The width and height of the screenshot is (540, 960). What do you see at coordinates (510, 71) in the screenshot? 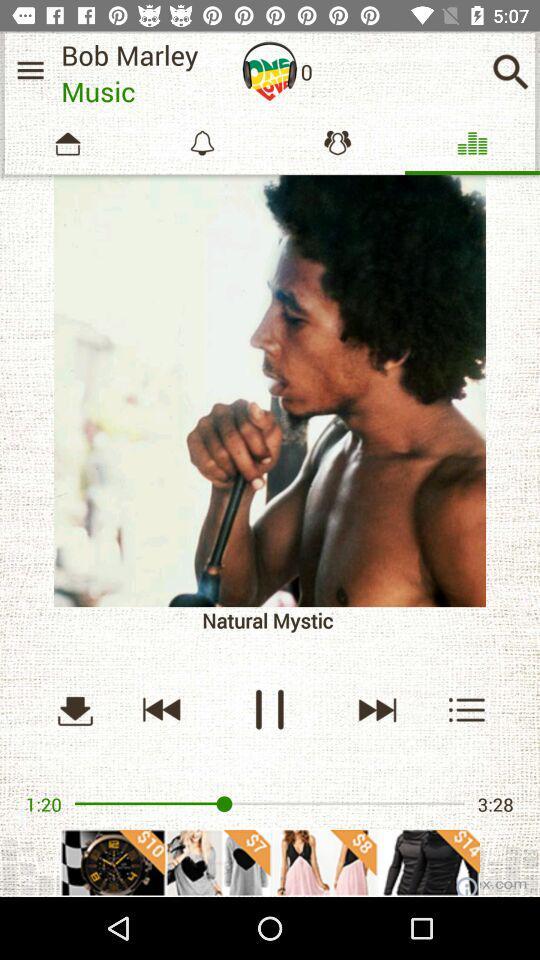
I see `search` at bounding box center [510, 71].